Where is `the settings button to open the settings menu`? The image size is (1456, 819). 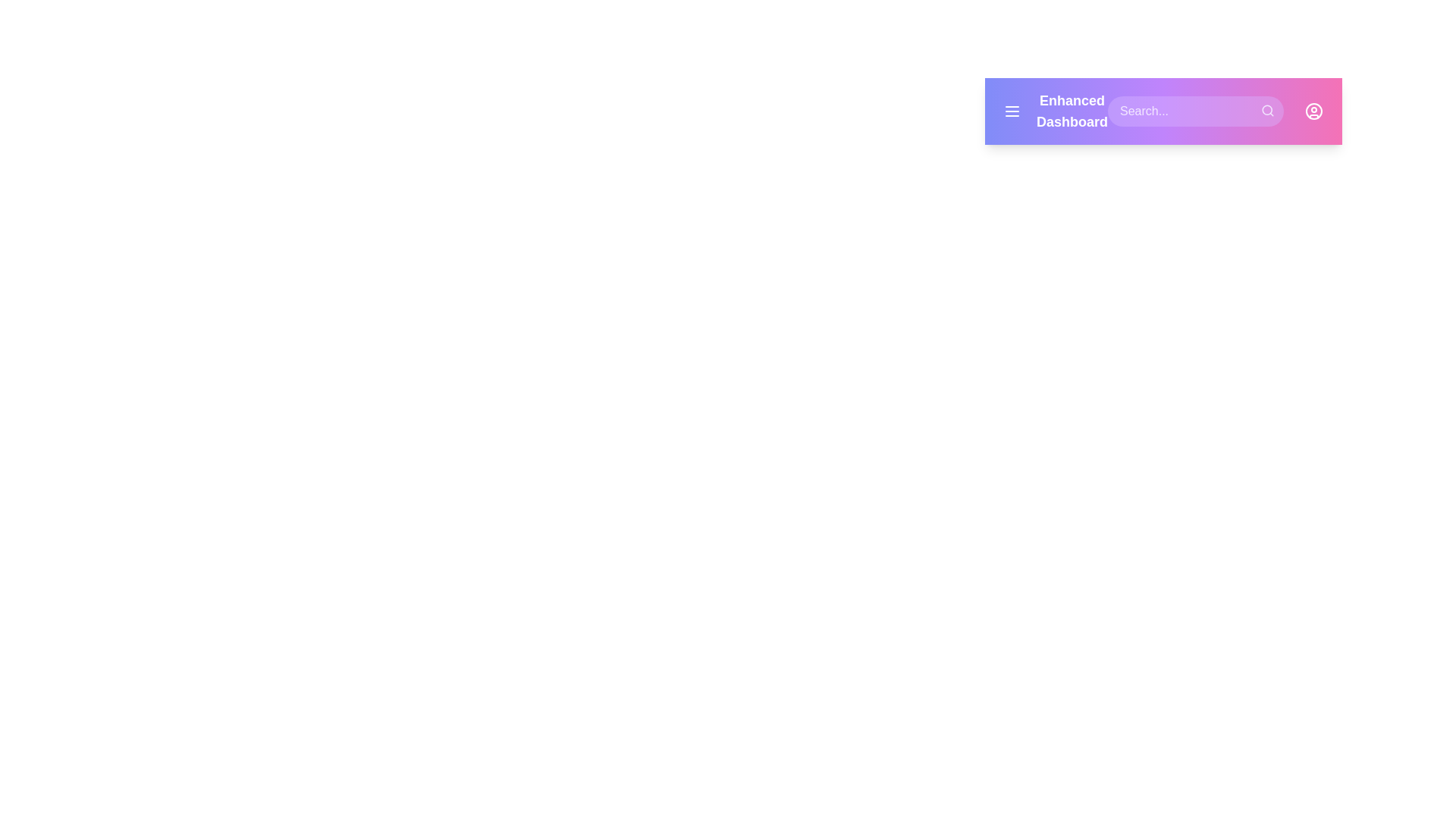
the settings button to open the settings menu is located at coordinates (1360, 110).